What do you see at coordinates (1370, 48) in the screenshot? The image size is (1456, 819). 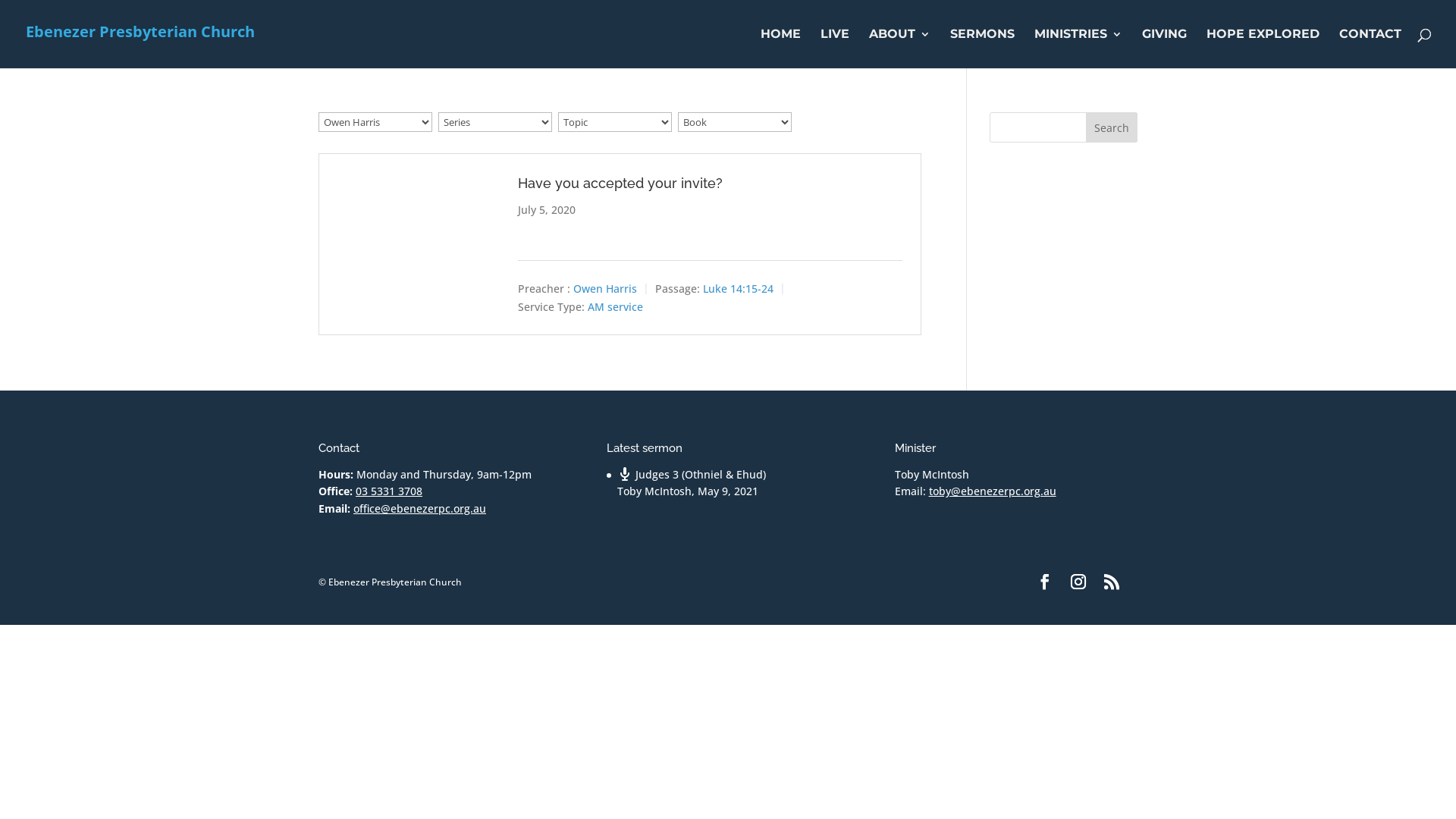 I see `'CONTACT'` at bounding box center [1370, 48].